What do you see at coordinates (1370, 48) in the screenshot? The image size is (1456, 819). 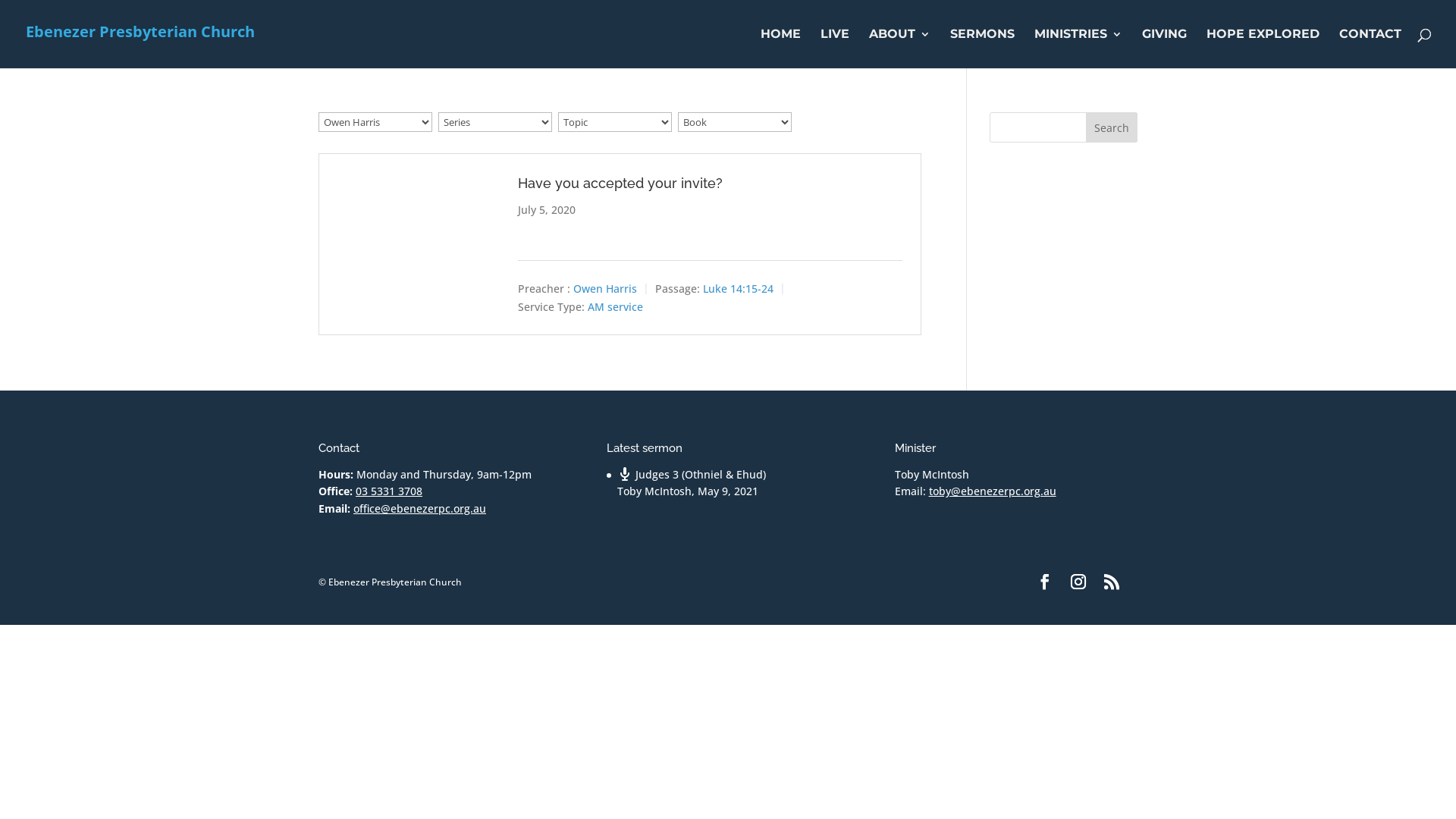 I see `'CONTACT'` at bounding box center [1370, 48].